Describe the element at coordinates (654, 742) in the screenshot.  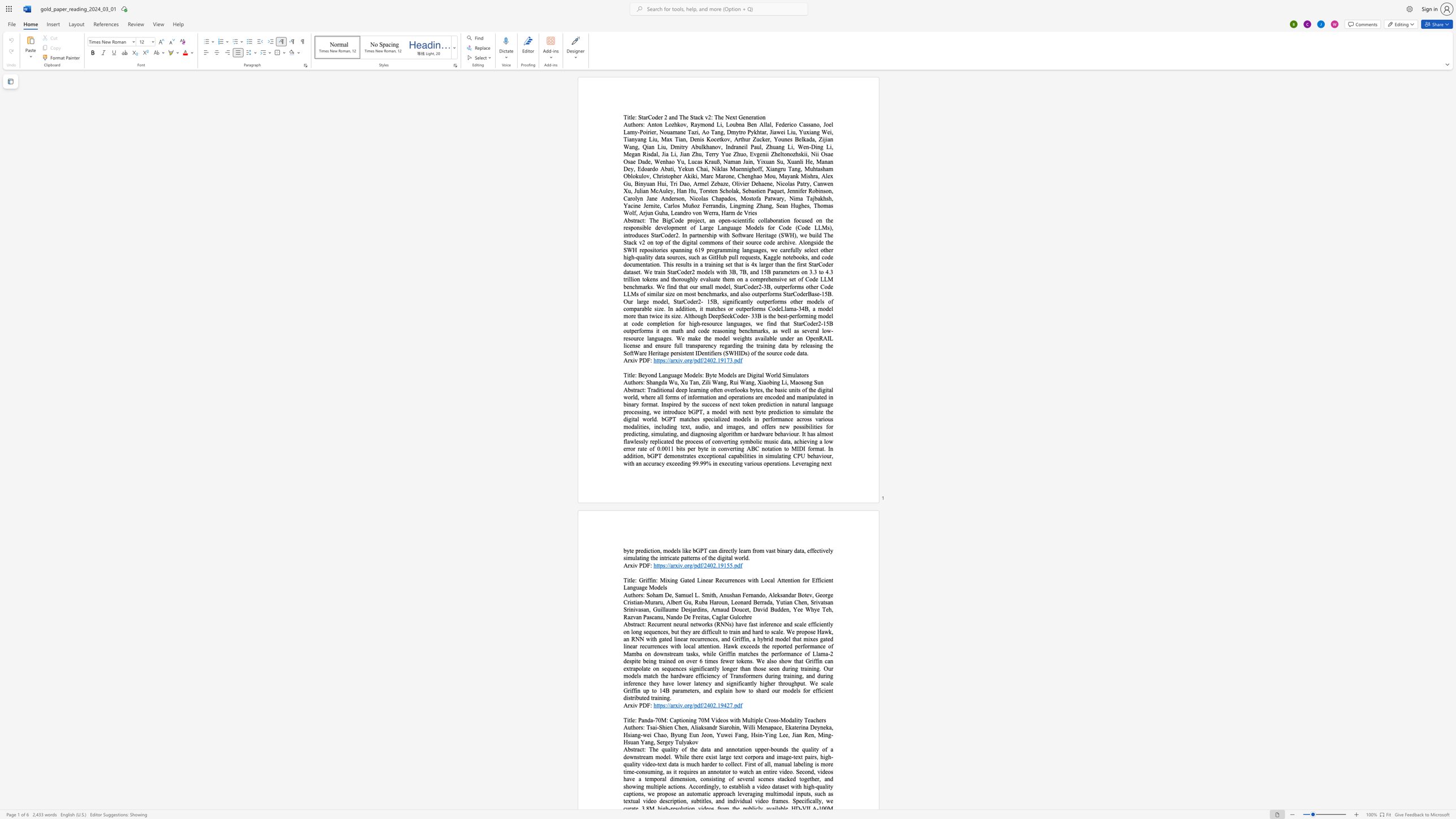
I see `the 10th character "," in the text` at that location.